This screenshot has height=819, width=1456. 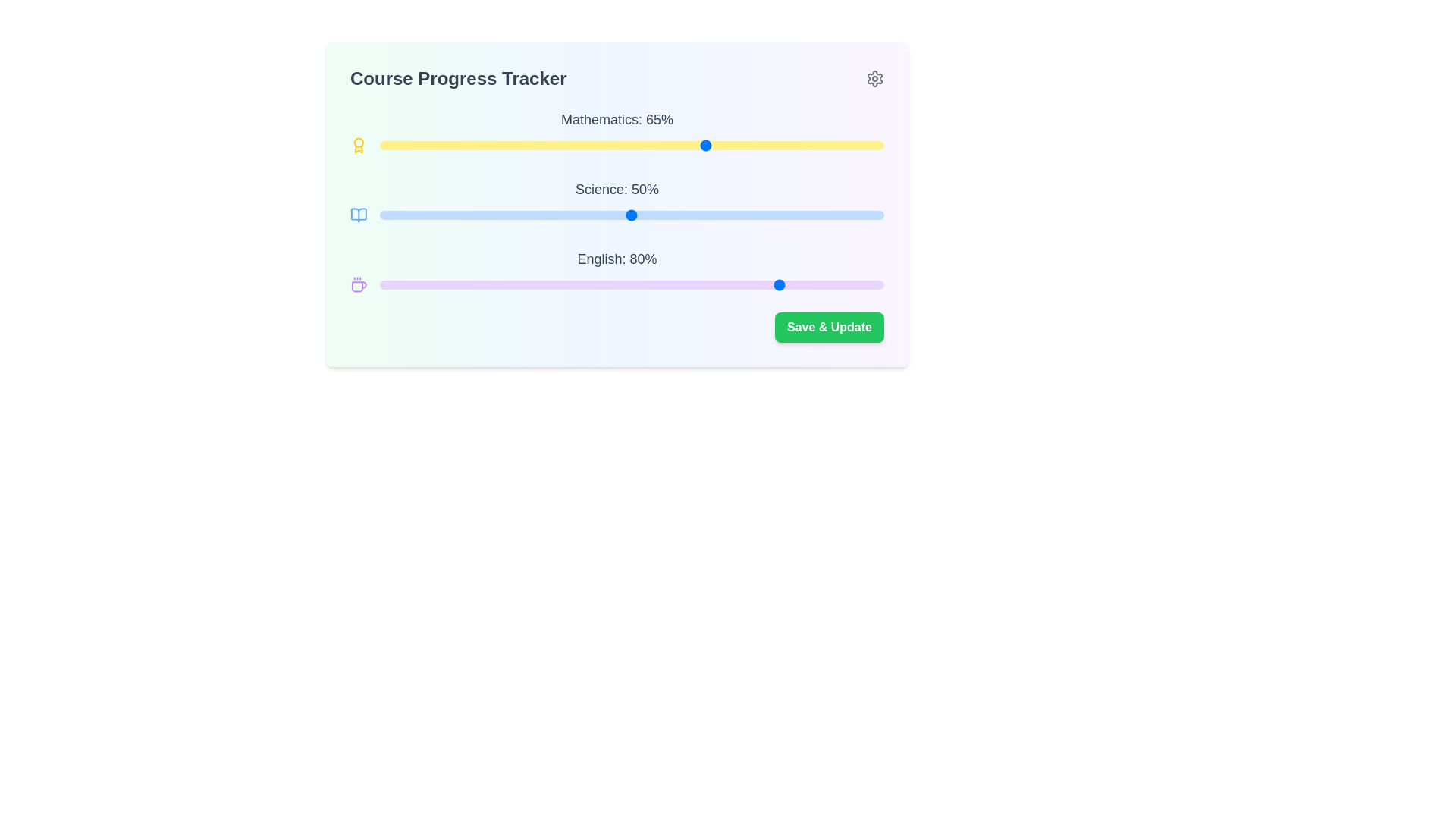 I want to click on the text display element showing 'Mathematics: 65%' located in the upper section of the 'Course Progress Tracker' card, so click(x=617, y=119).